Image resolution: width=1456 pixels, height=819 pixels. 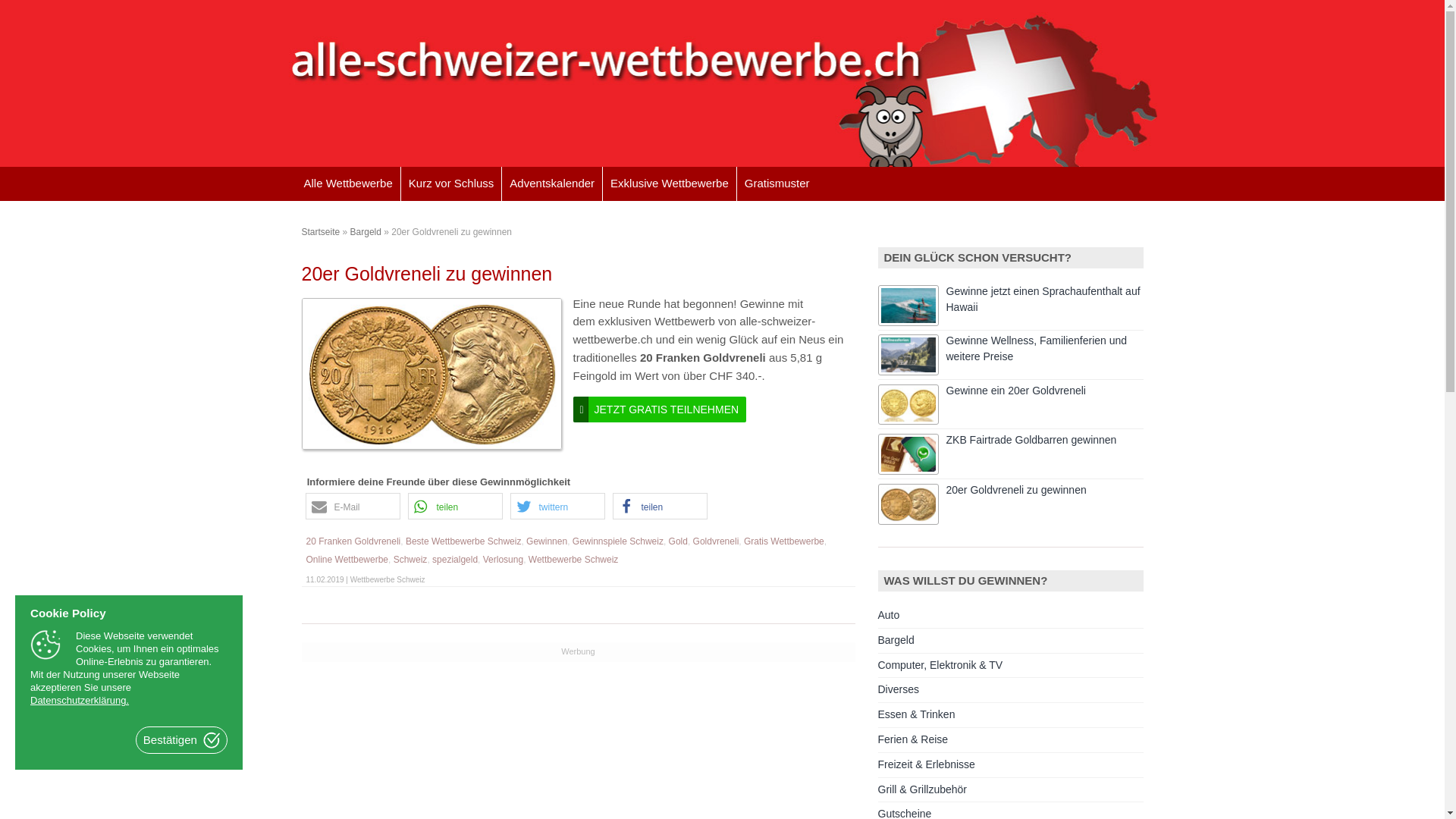 What do you see at coordinates (366, 231) in the screenshot?
I see `'Bargeld'` at bounding box center [366, 231].